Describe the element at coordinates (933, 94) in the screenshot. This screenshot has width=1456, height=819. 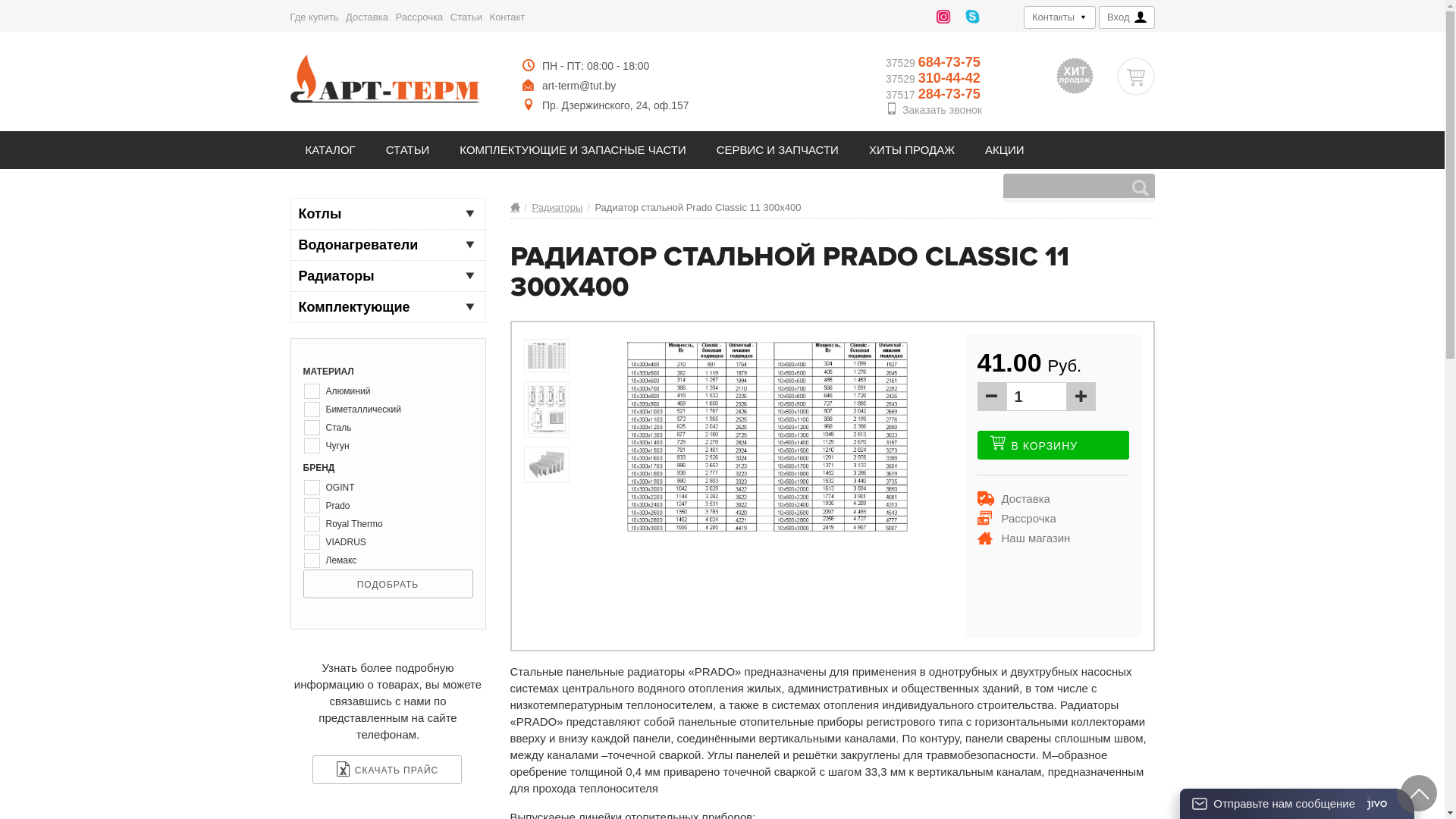
I see `'37517 284-73-75'` at that location.